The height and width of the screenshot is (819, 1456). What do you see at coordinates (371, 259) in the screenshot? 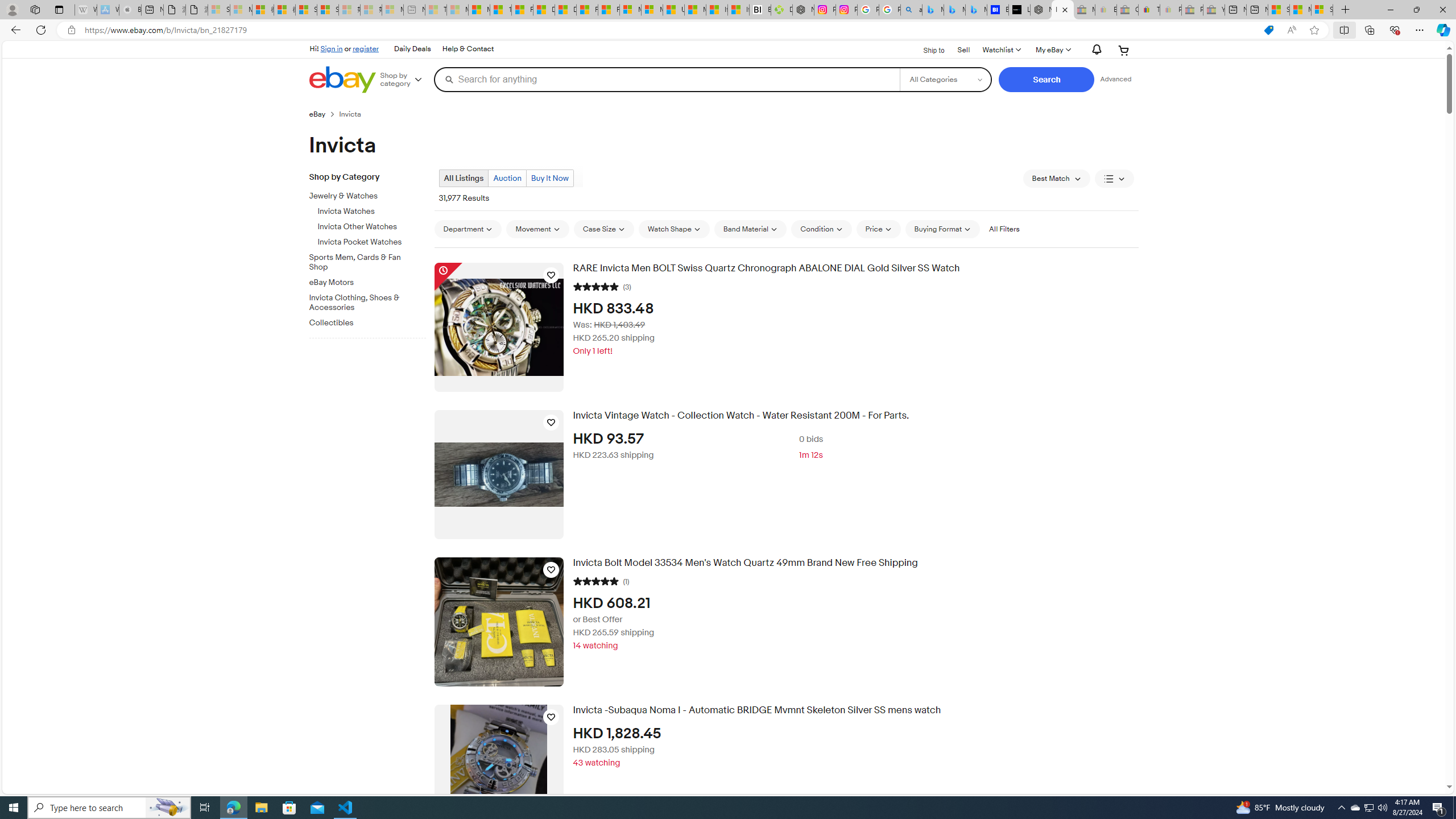
I see `'Sports Mem, Cards & Fan Shop'` at bounding box center [371, 259].